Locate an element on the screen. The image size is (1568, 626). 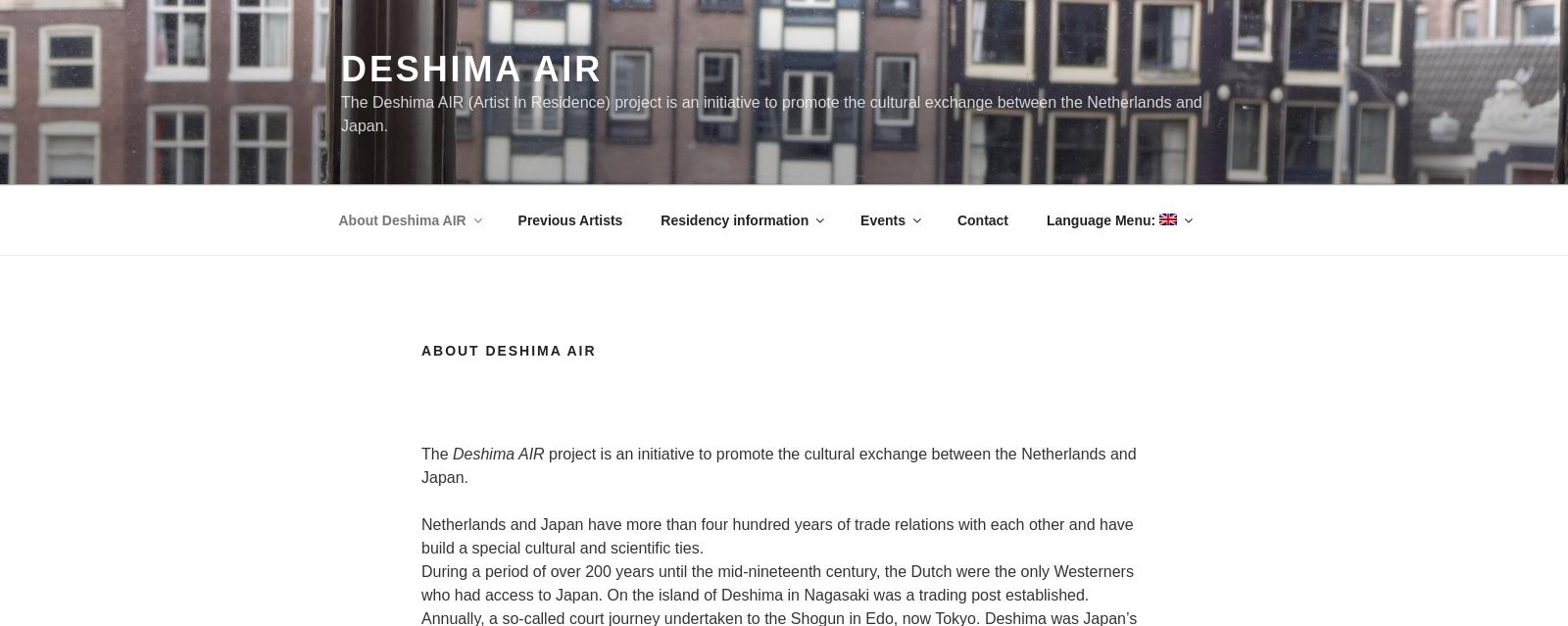
'Netherlands and Japan have more than four hundred years of trade relations with each other and have build a special cultural and scientific ties.' is located at coordinates (776, 536).